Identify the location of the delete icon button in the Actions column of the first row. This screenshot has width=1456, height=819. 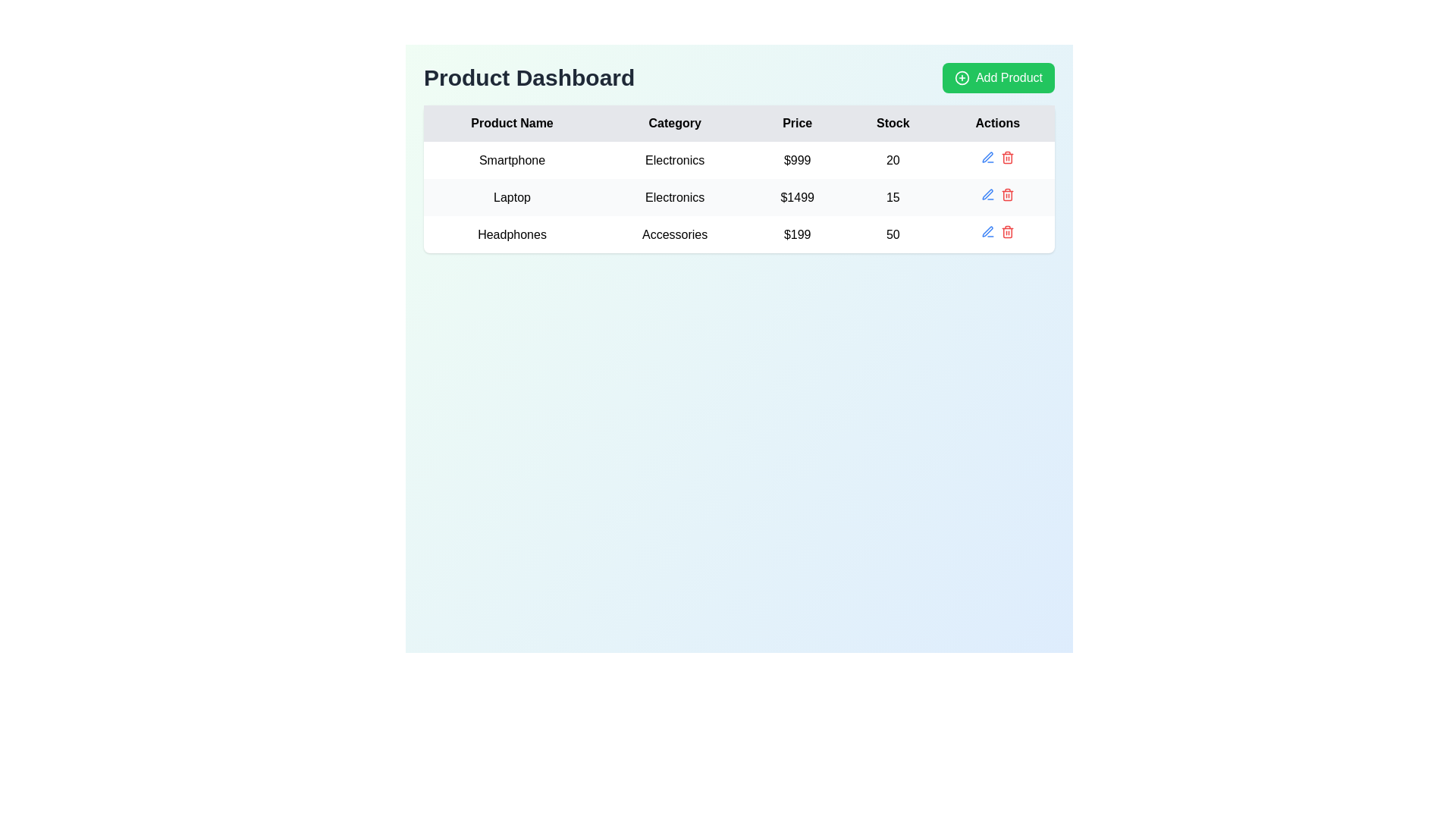
(1007, 158).